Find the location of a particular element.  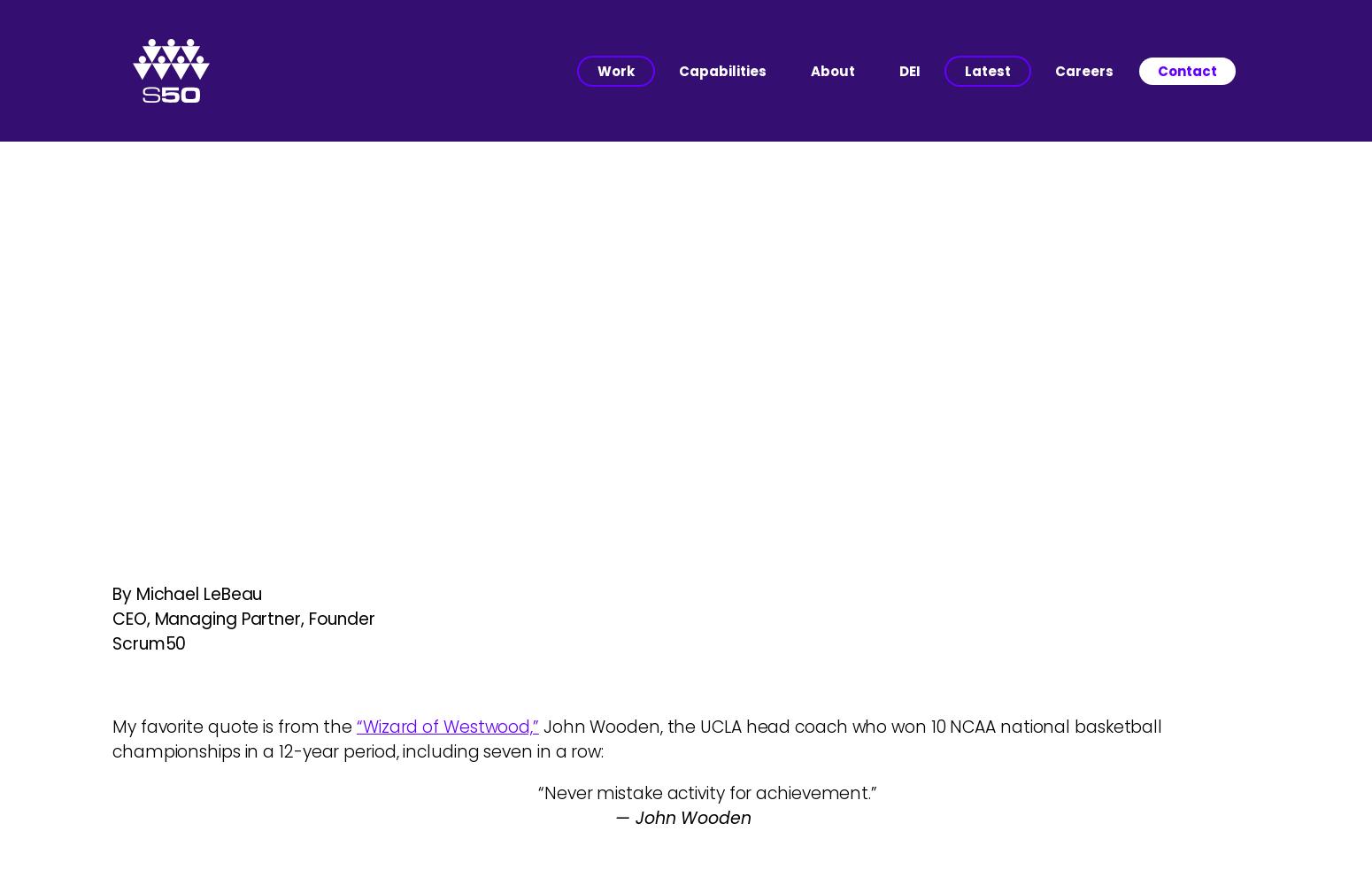

'“Never mistake activity for achievement.”' is located at coordinates (685, 793).